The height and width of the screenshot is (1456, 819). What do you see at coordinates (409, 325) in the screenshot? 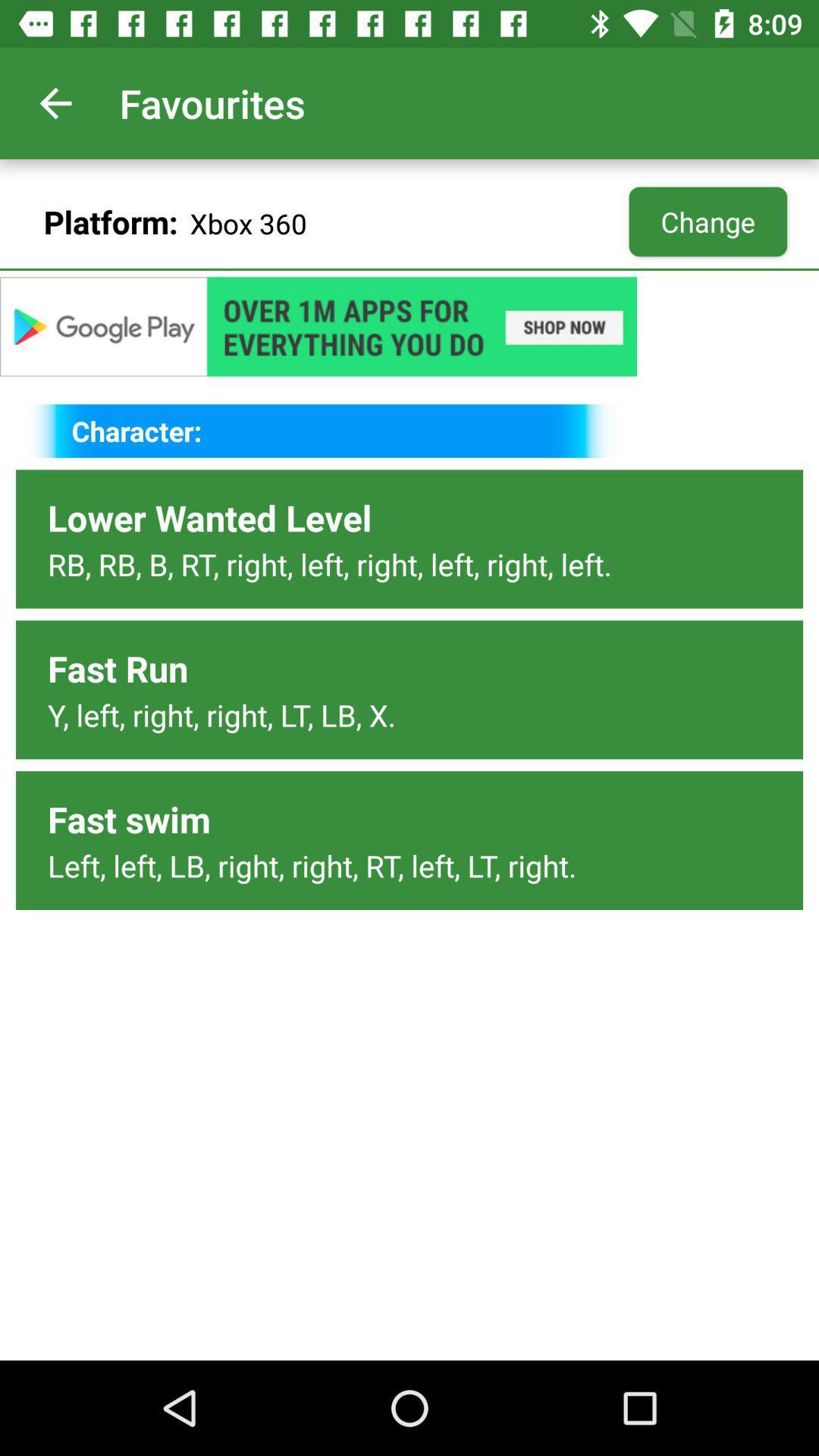
I see `choose the selection` at bounding box center [409, 325].